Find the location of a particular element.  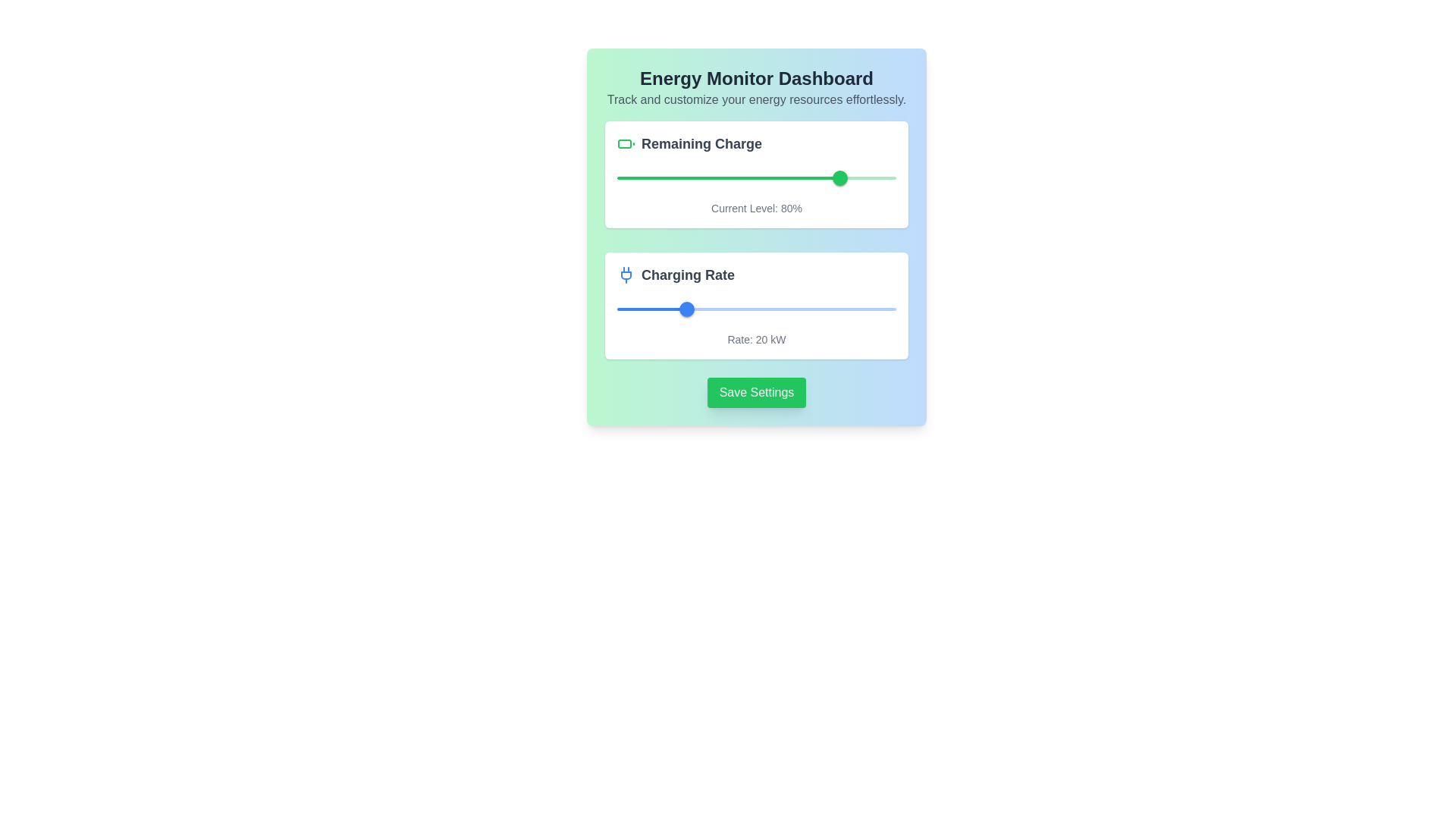

the blue plug icon located immediately to the left of the text 'Charging Rate' in the dashboard UI is located at coordinates (626, 275).